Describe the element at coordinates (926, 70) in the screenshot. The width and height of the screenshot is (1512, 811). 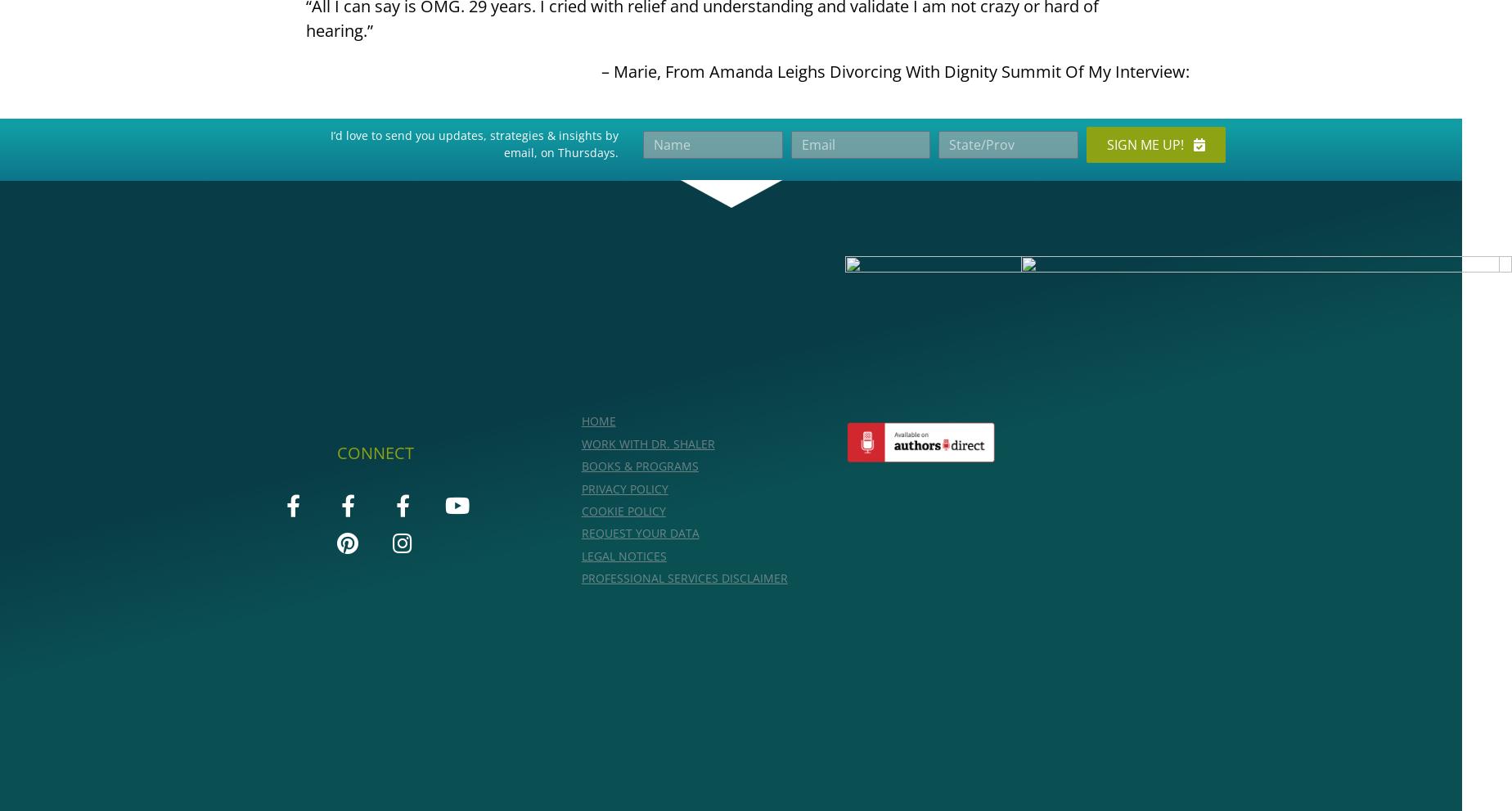
I see `'From Amanda Leighs Divorcing With Dignity Summit Of My Interview:'` at that location.